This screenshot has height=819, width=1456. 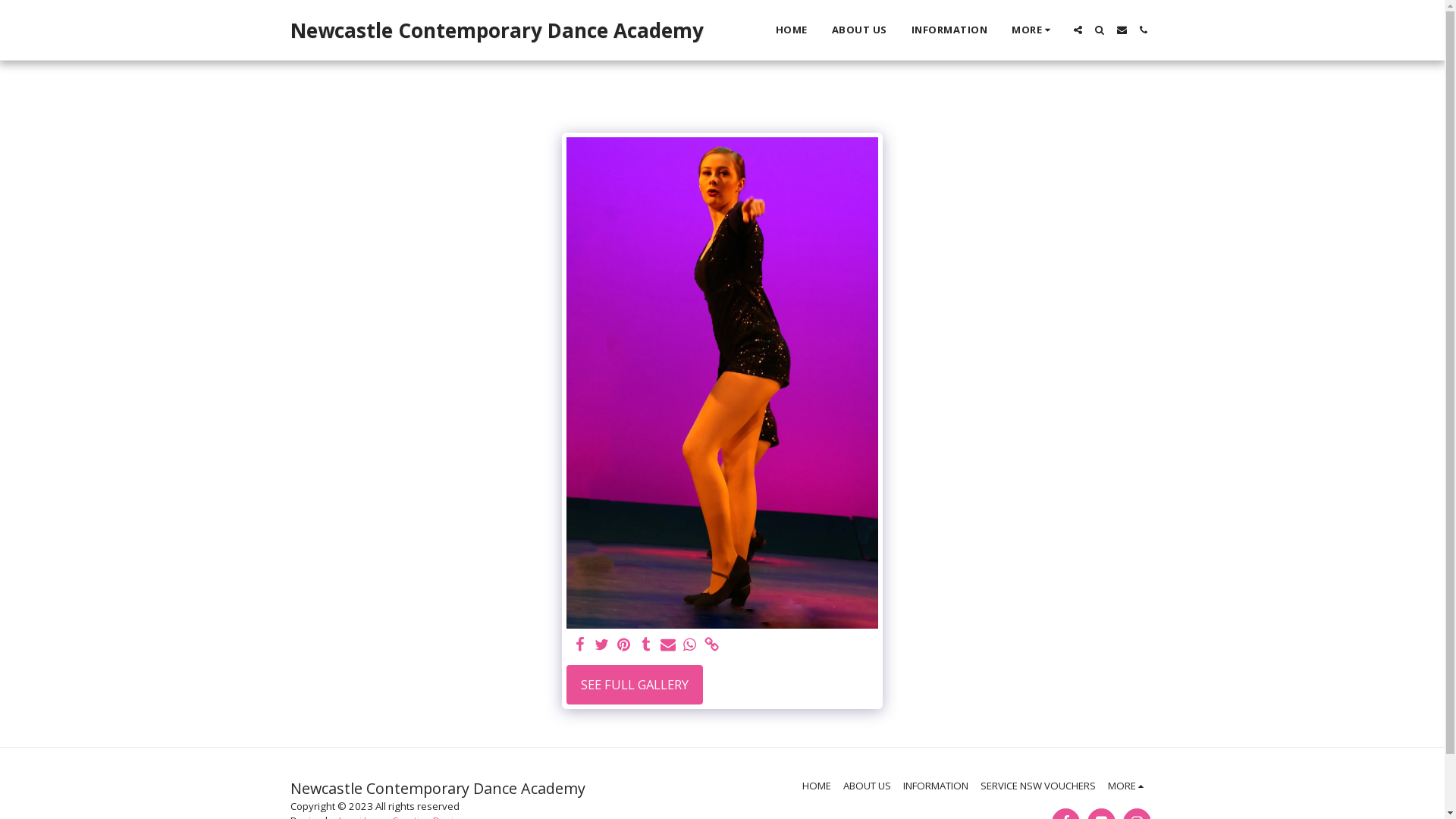 What do you see at coordinates (689, 645) in the screenshot?
I see `'whatsapp'` at bounding box center [689, 645].